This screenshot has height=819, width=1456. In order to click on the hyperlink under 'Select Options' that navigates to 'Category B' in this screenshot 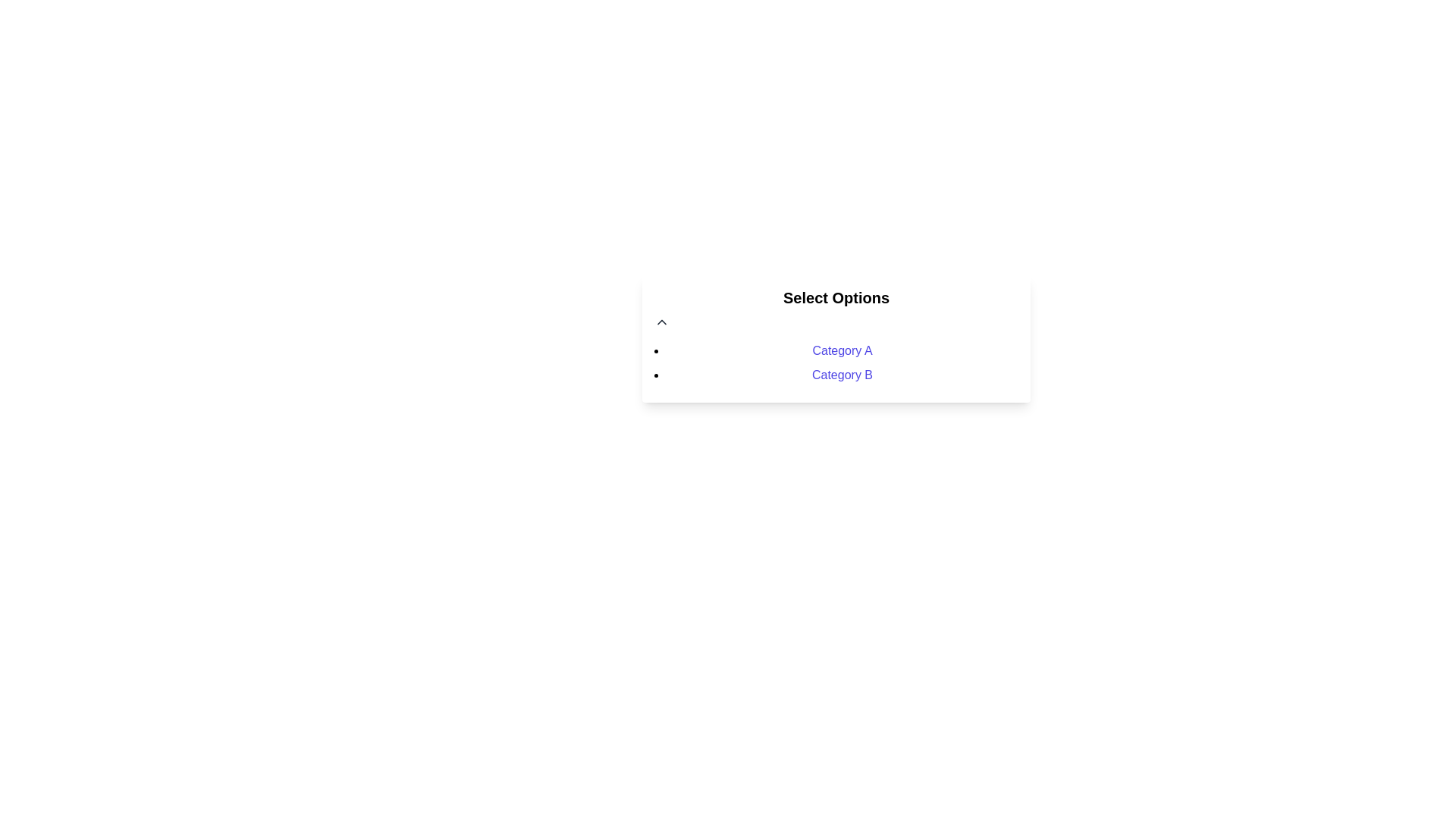, I will do `click(841, 375)`.